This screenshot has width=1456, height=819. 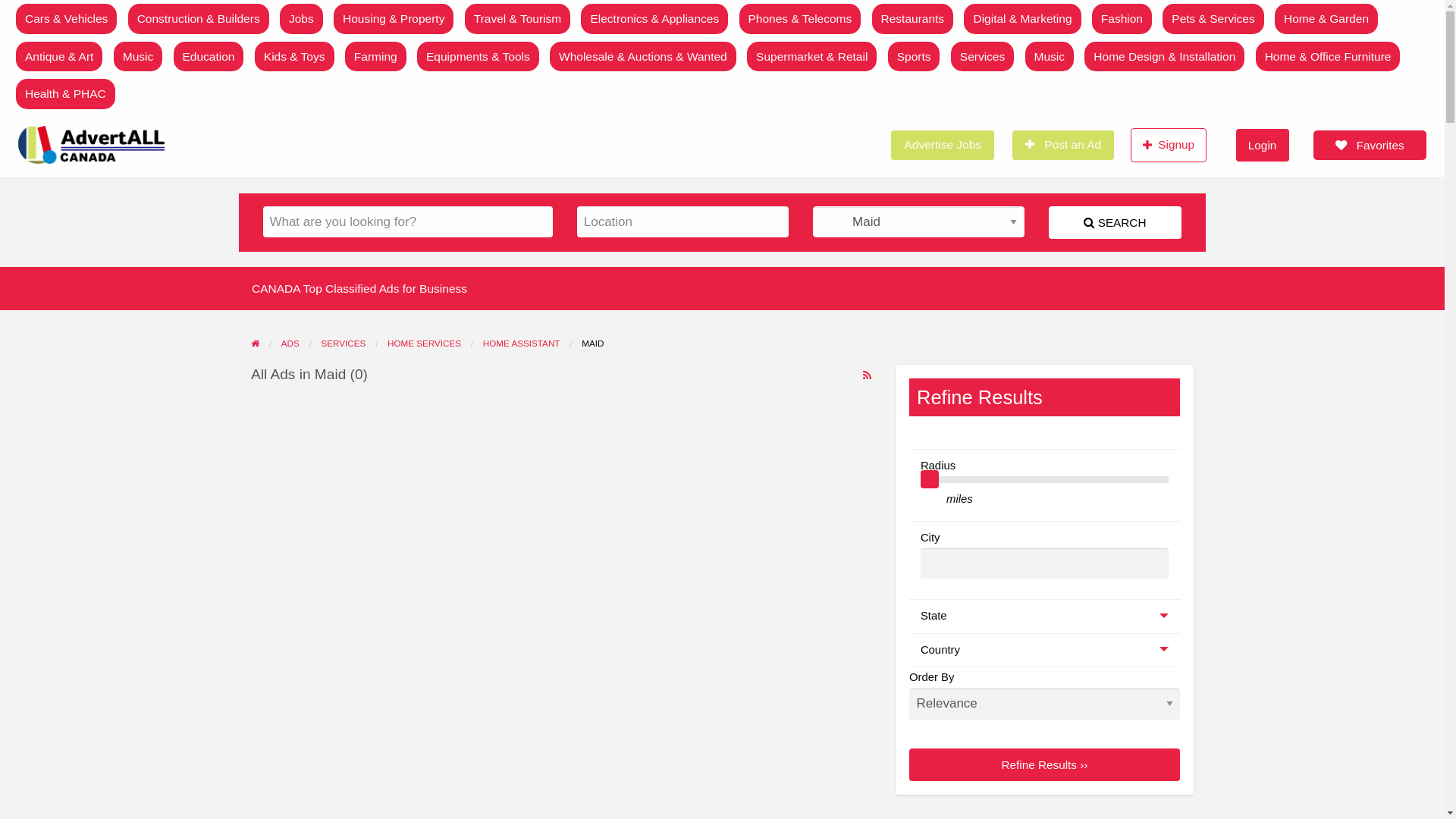 I want to click on 'Post an Ad', so click(x=1012, y=145).